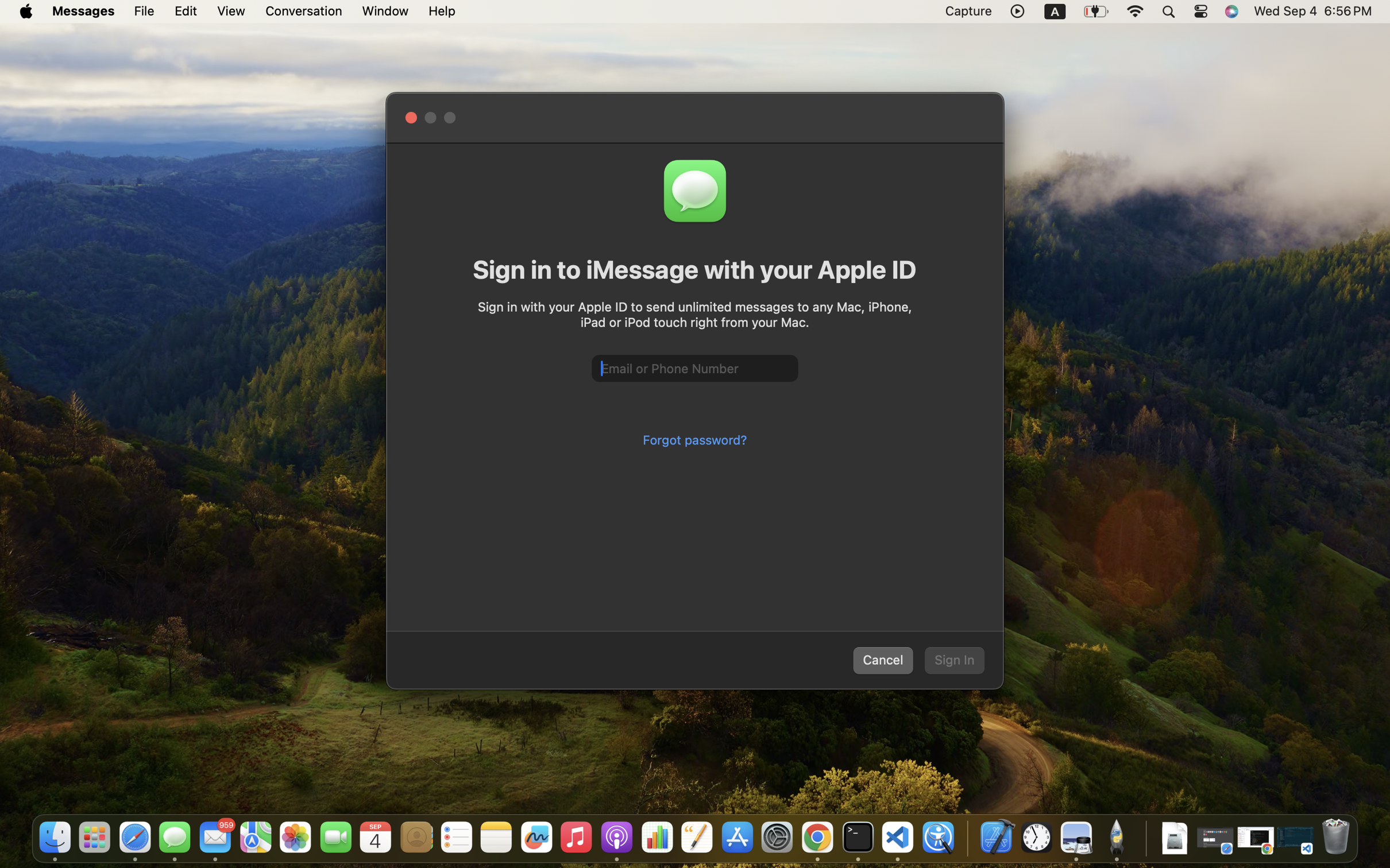  Describe the element at coordinates (966, 838) in the screenshot. I see `'0.4285714328289032'` at that location.